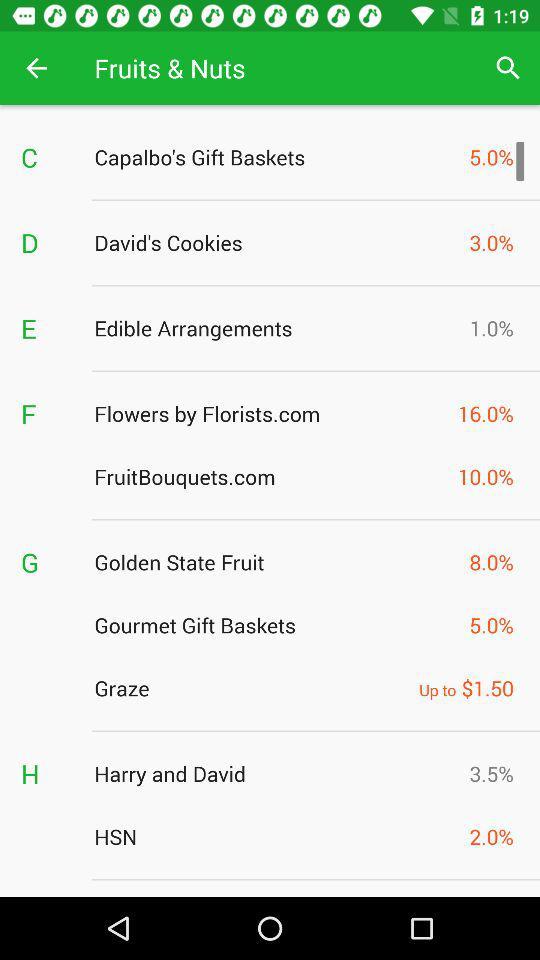 The image size is (540, 960). Describe the element at coordinates (270, 476) in the screenshot. I see `fruitbouquets.com item` at that location.